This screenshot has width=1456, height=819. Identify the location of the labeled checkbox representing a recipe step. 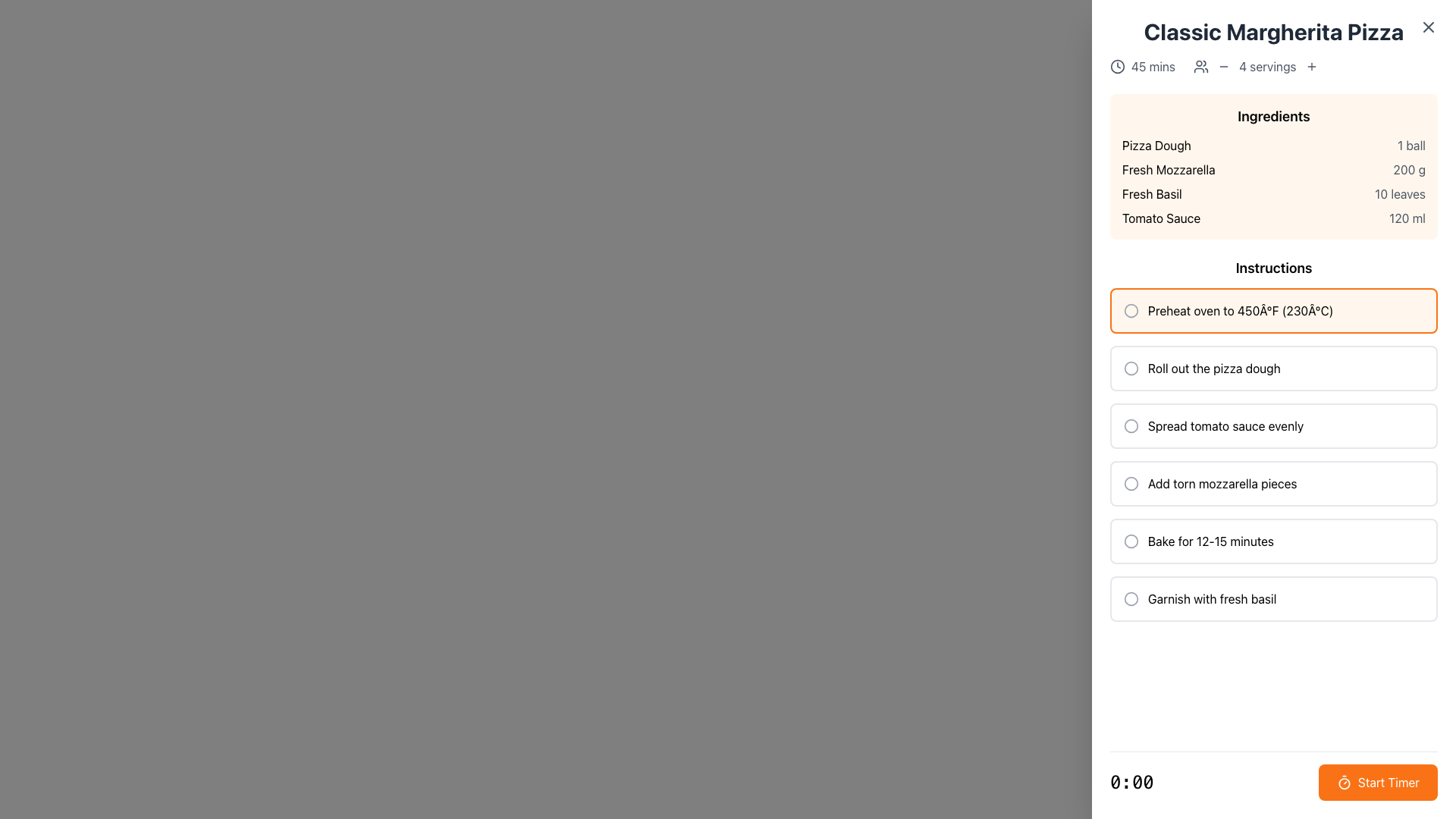
(1274, 598).